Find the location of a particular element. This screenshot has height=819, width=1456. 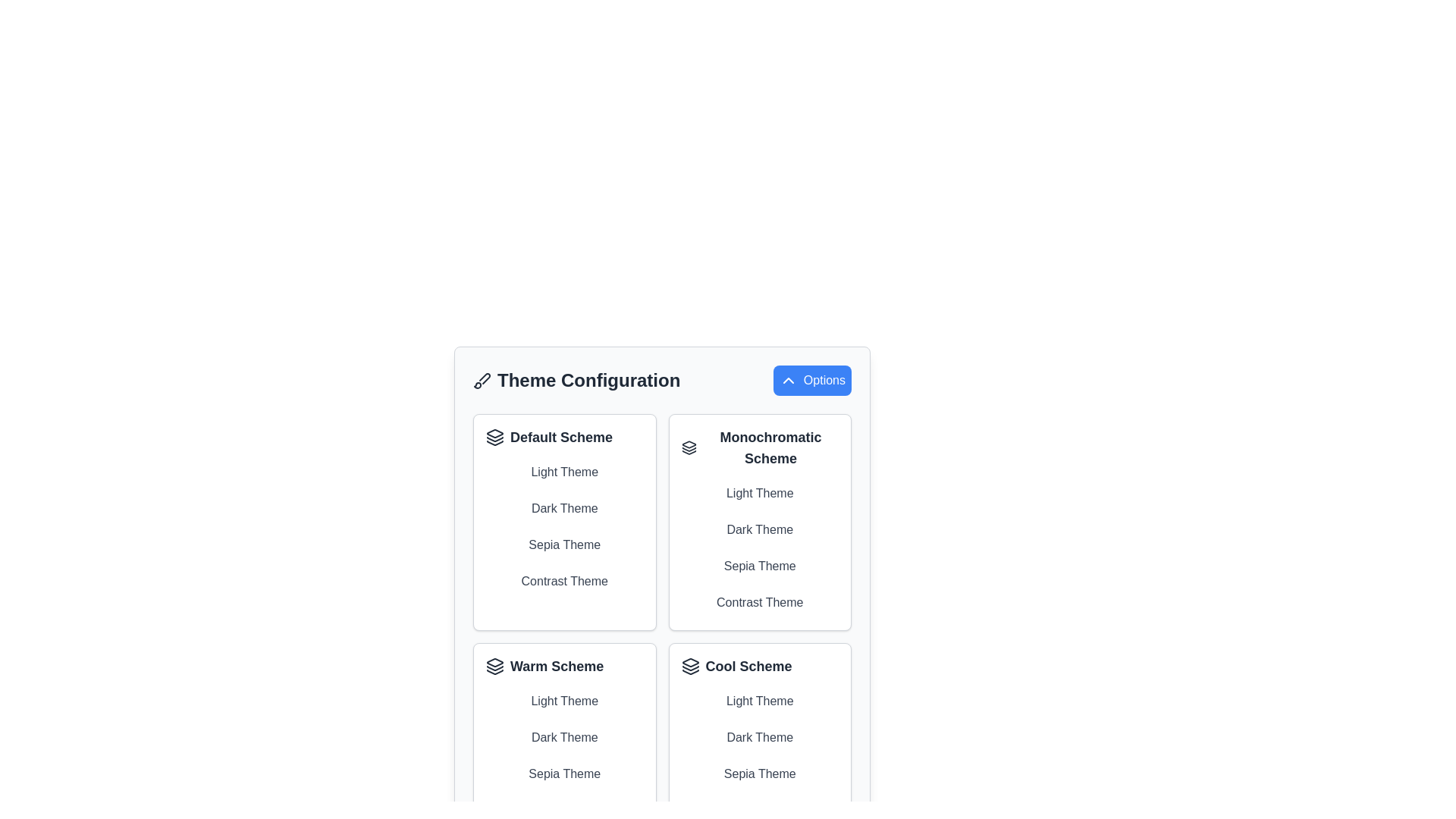

the 'Monochromatic Scheme' Text Header with Icon for additional information is located at coordinates (760, 447).